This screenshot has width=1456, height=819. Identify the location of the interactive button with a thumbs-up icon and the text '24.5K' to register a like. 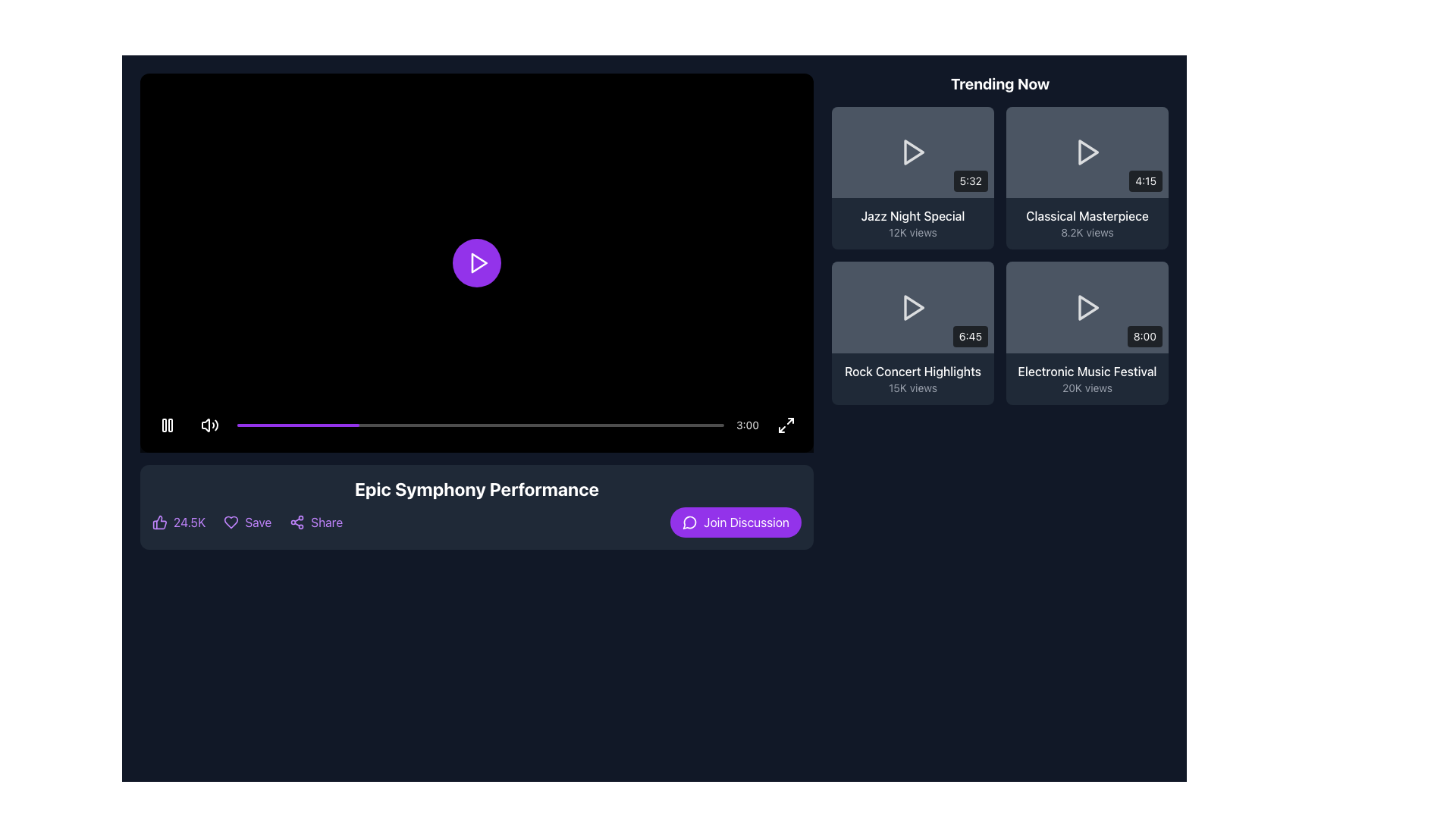
(179, 521).